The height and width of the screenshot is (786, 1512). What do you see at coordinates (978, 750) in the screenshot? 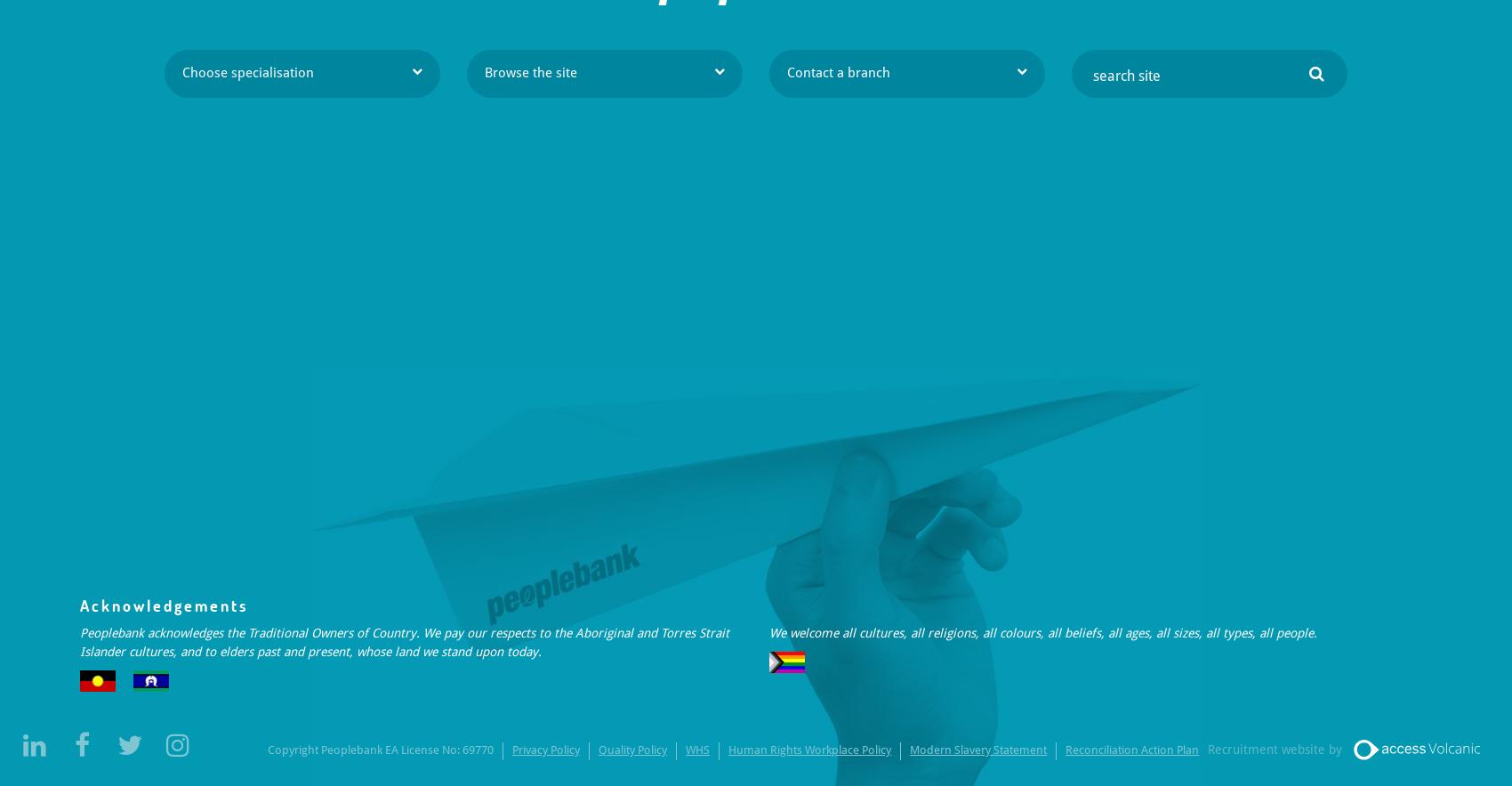
I see `'Modern Slavery Statement'` at bounding box center [978, 750].